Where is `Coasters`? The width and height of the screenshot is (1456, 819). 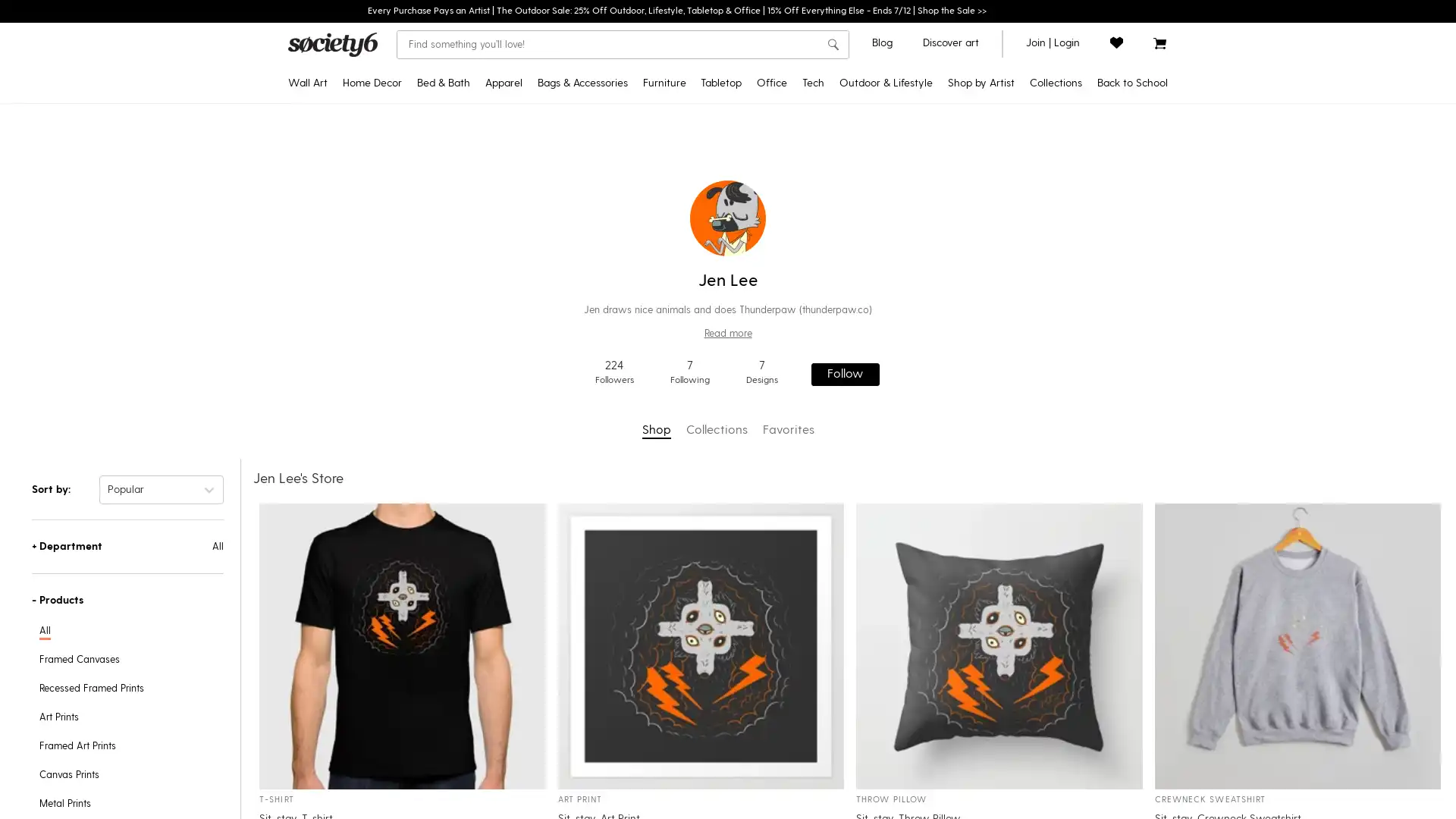 Coasters is located at coordinates (749, 243).